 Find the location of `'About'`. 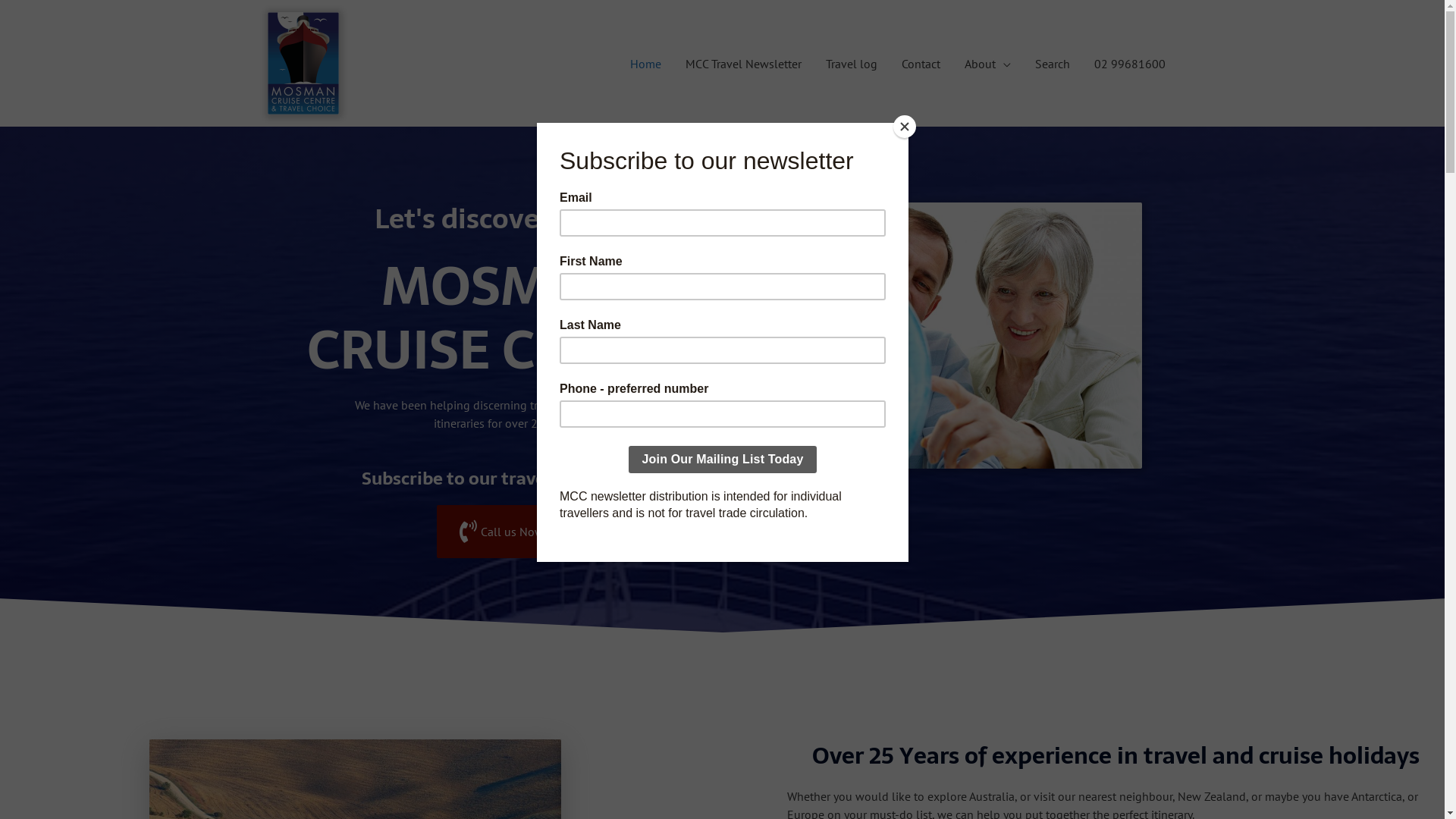

'About' is located at coordinates (987, 62).